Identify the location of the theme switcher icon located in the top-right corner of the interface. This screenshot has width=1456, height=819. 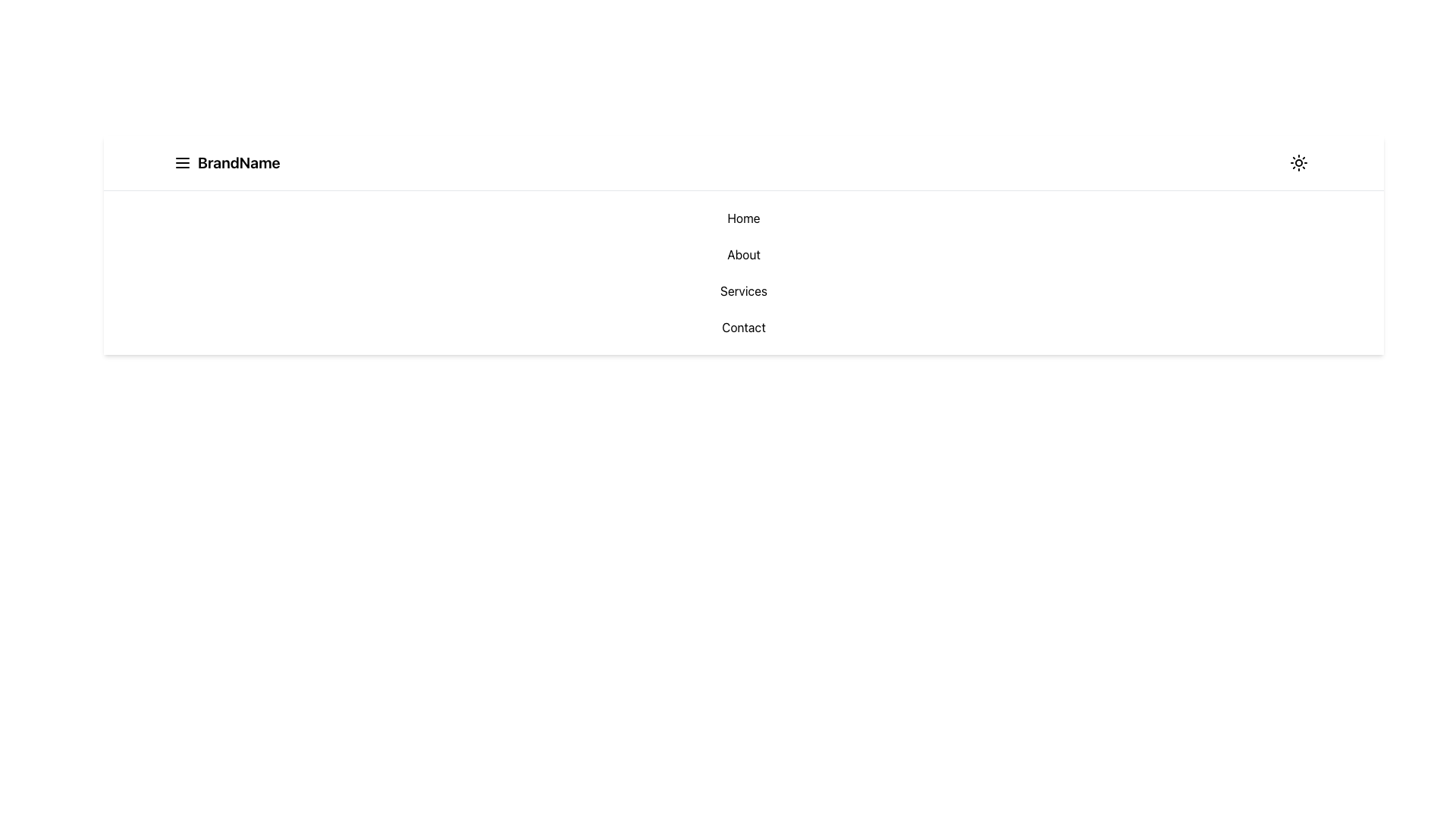
(1298, 163).